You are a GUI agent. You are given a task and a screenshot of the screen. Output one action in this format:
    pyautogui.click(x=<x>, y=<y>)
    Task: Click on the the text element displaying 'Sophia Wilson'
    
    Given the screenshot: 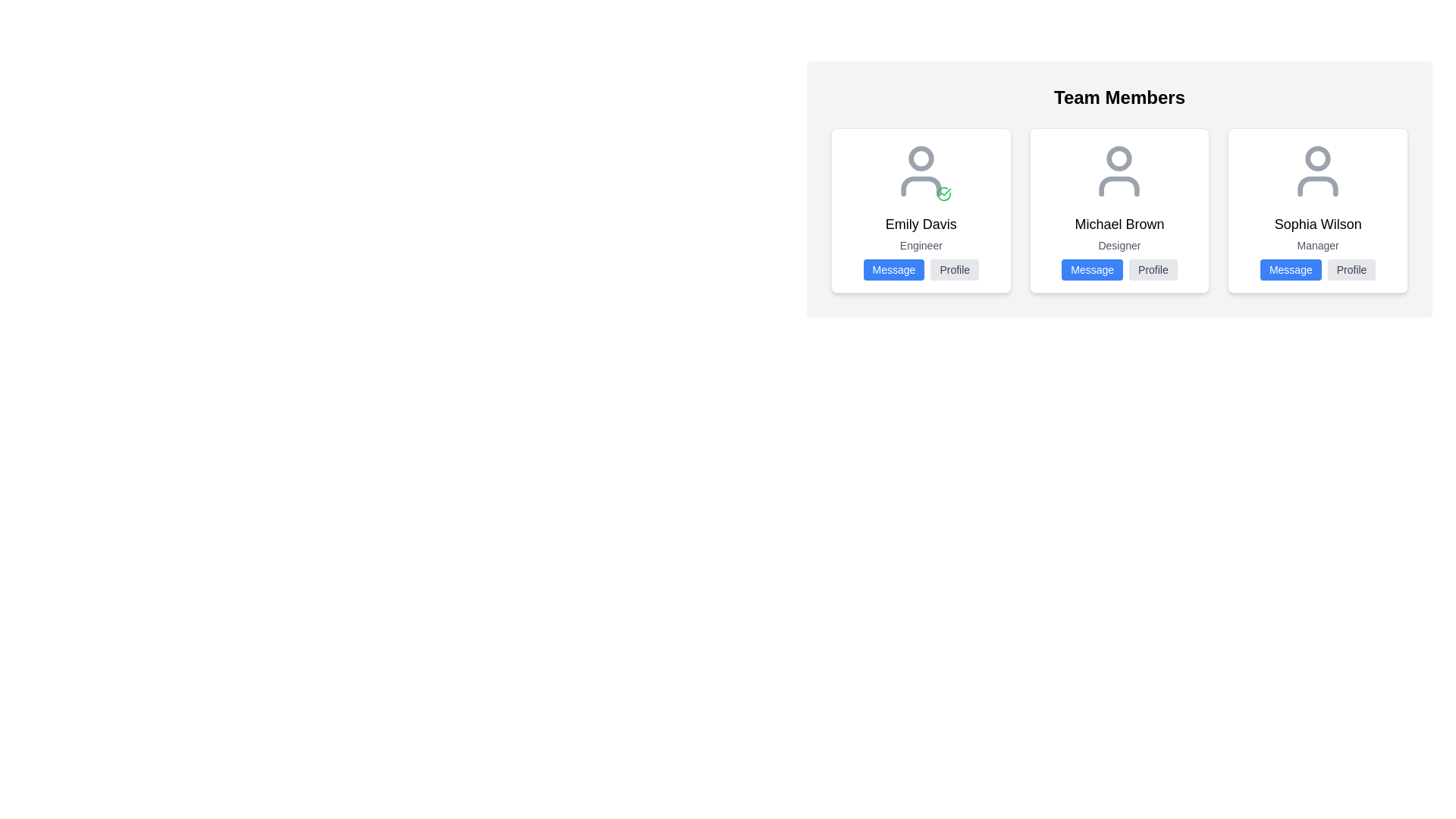 What is the action you would take?
    pyautogui.click(x=1317, y=224)
    